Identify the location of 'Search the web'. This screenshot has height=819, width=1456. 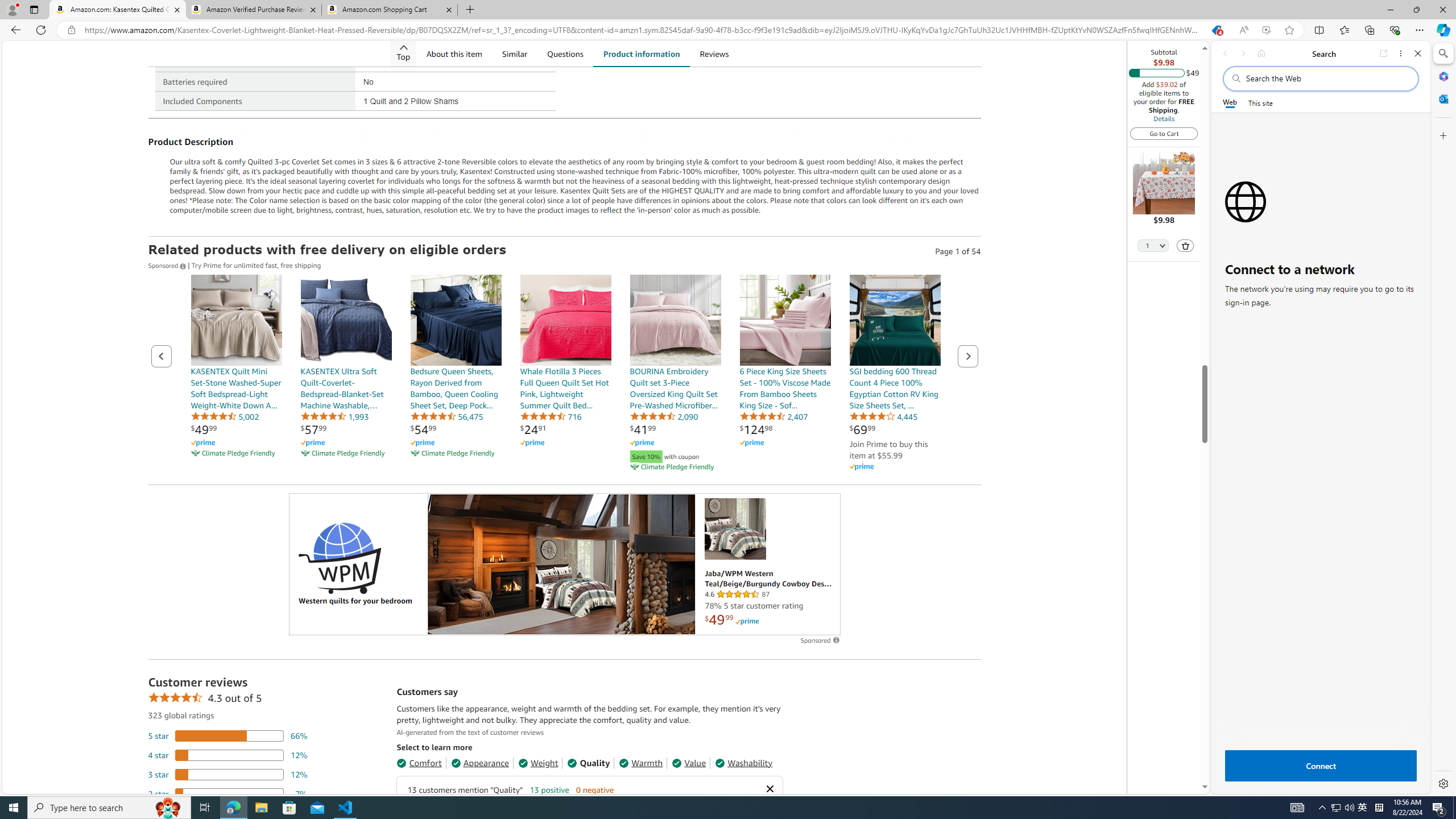
(1326, 78).